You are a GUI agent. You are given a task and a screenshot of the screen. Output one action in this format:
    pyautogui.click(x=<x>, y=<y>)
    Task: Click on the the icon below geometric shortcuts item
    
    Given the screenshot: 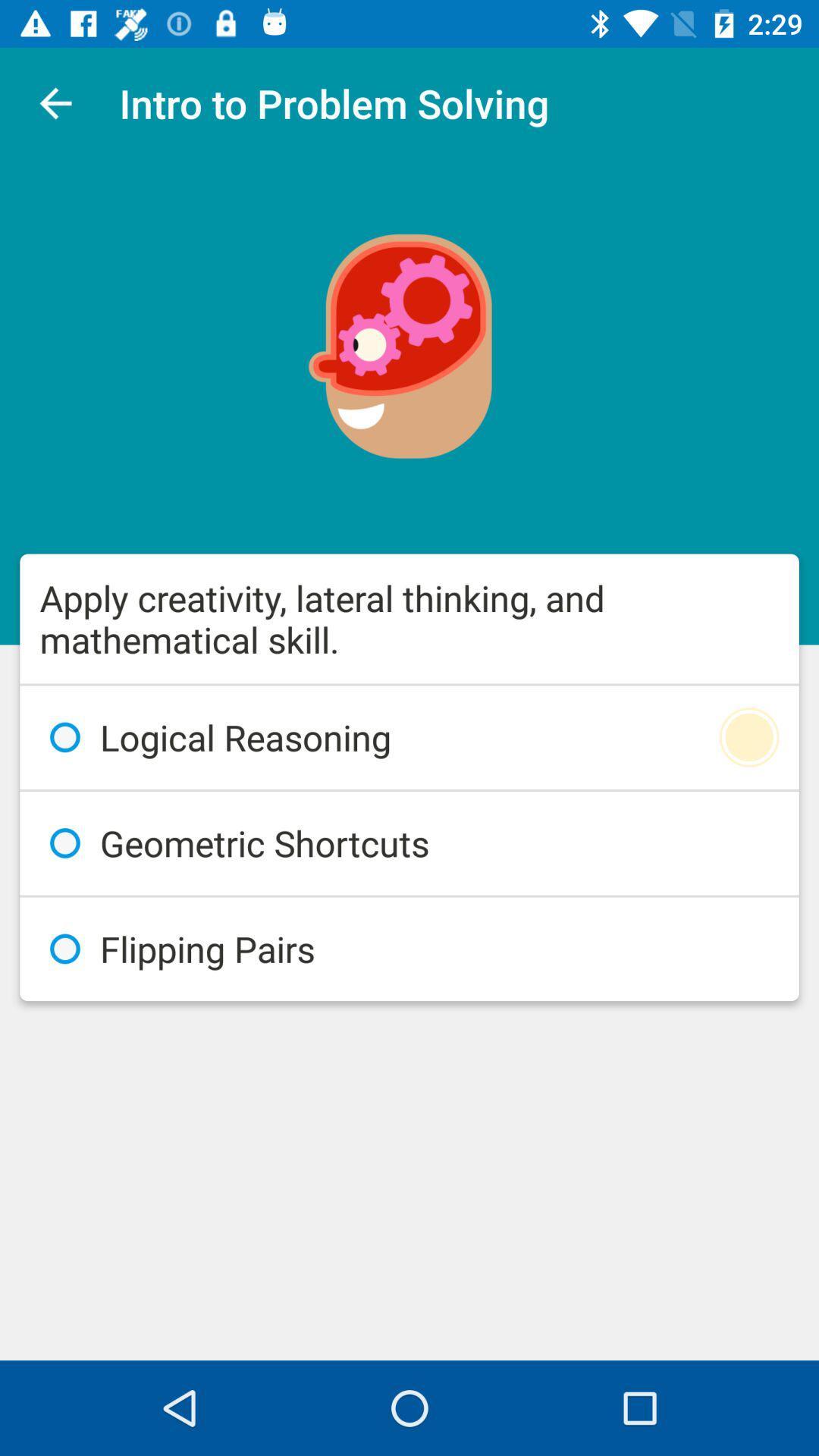 What is the action you would take?
    pyautogui.click(x=409, y=948)
    